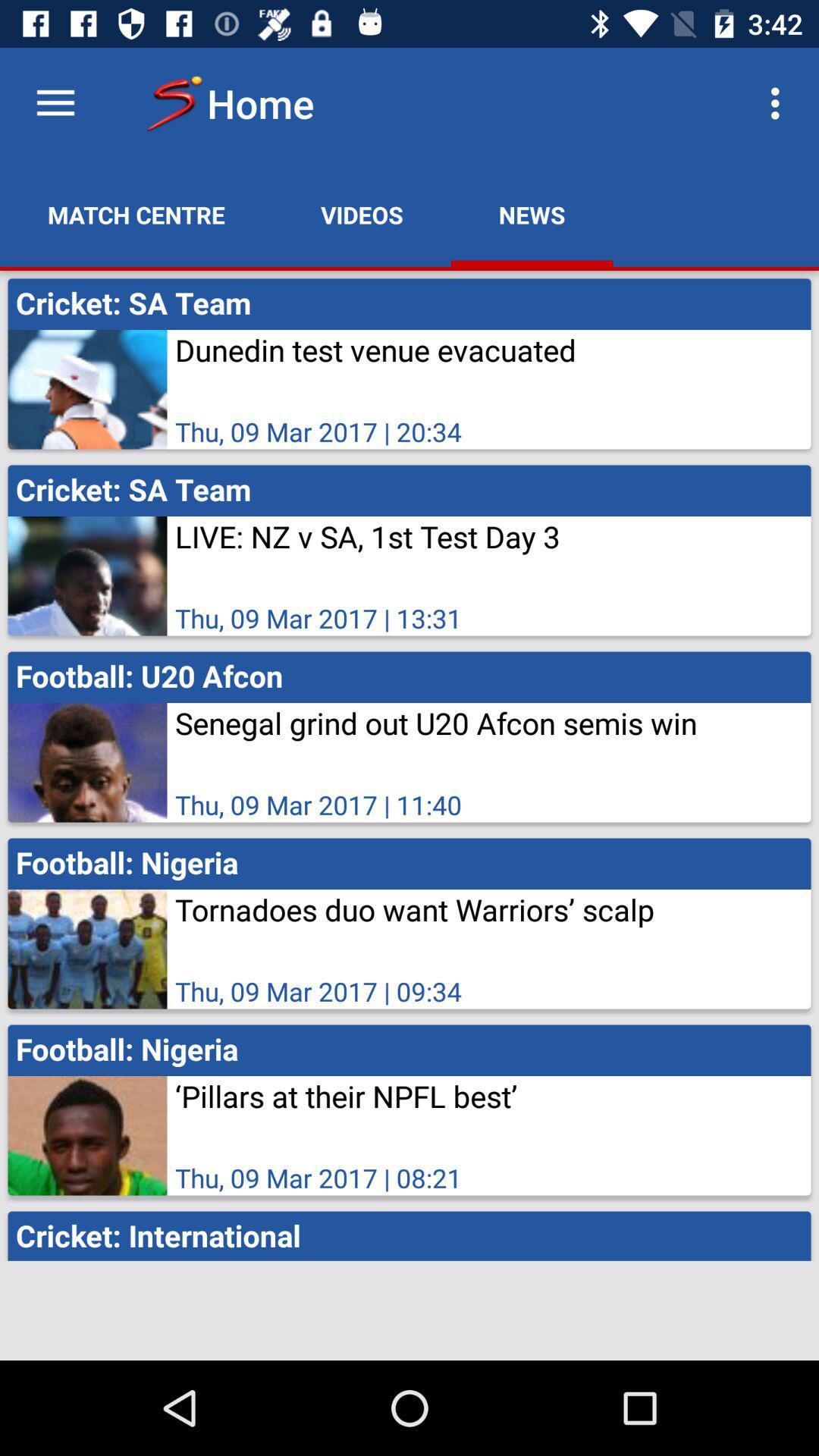 This screenshot has height=1456, width=819. I want to click on item to the right of the news icon, so click(779, 102).